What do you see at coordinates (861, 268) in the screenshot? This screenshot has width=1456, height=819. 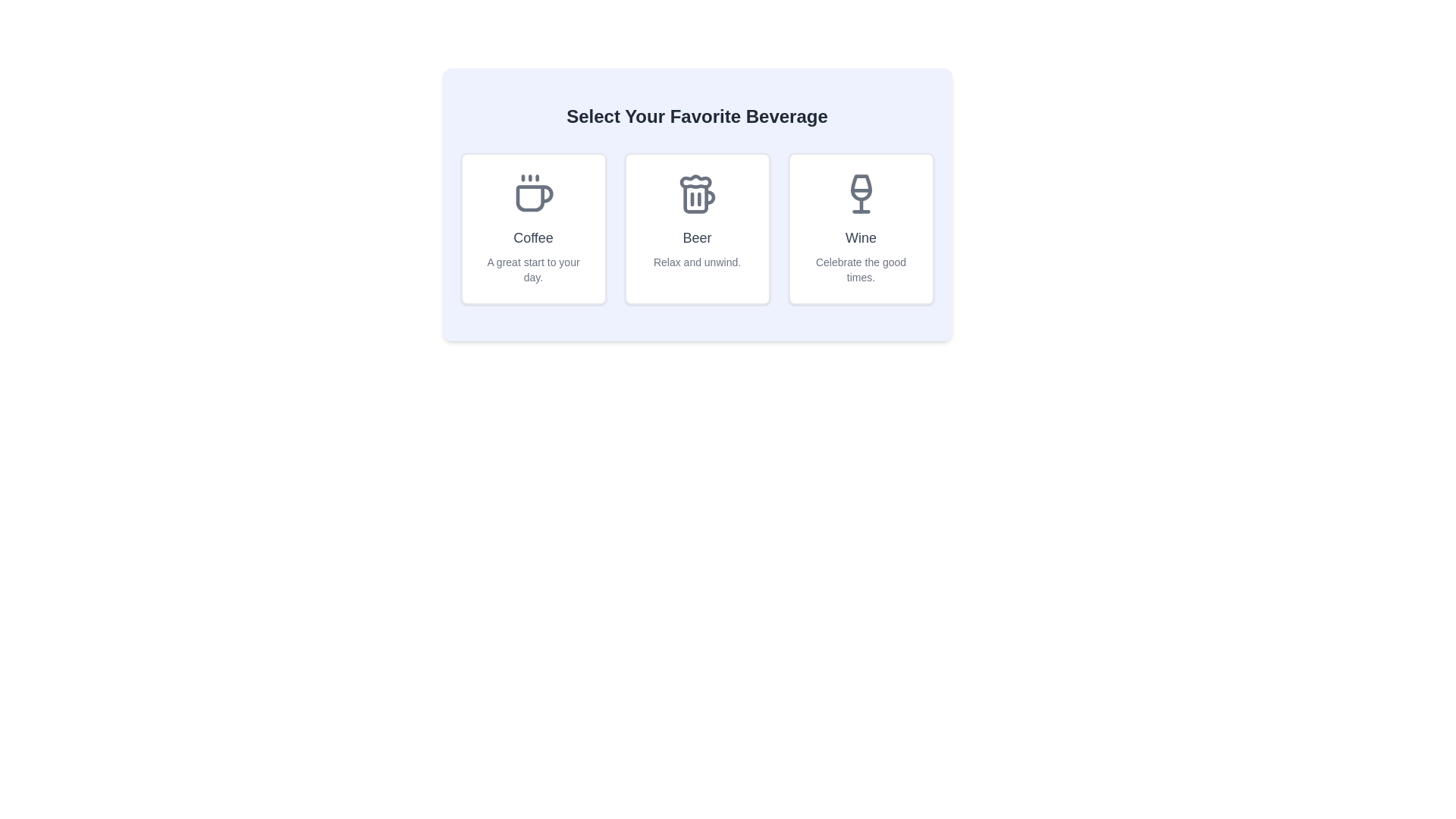 I see `the tagline text that provides additional information about the 'Wine' option, which is located below the title 'Wine' in the third card of the selection interface` at bounding box center [861, 268].